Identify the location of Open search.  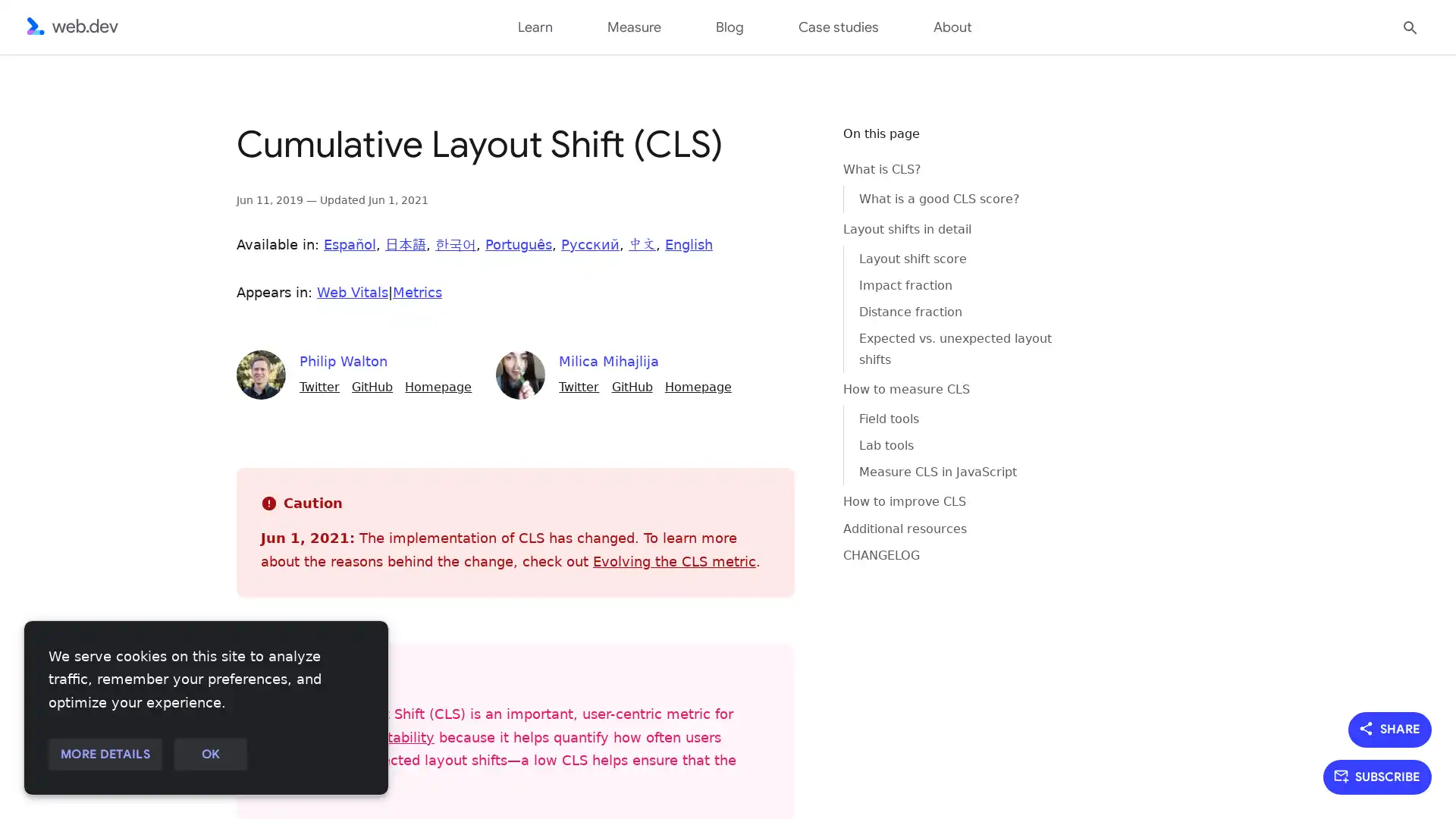
(1410, 26).